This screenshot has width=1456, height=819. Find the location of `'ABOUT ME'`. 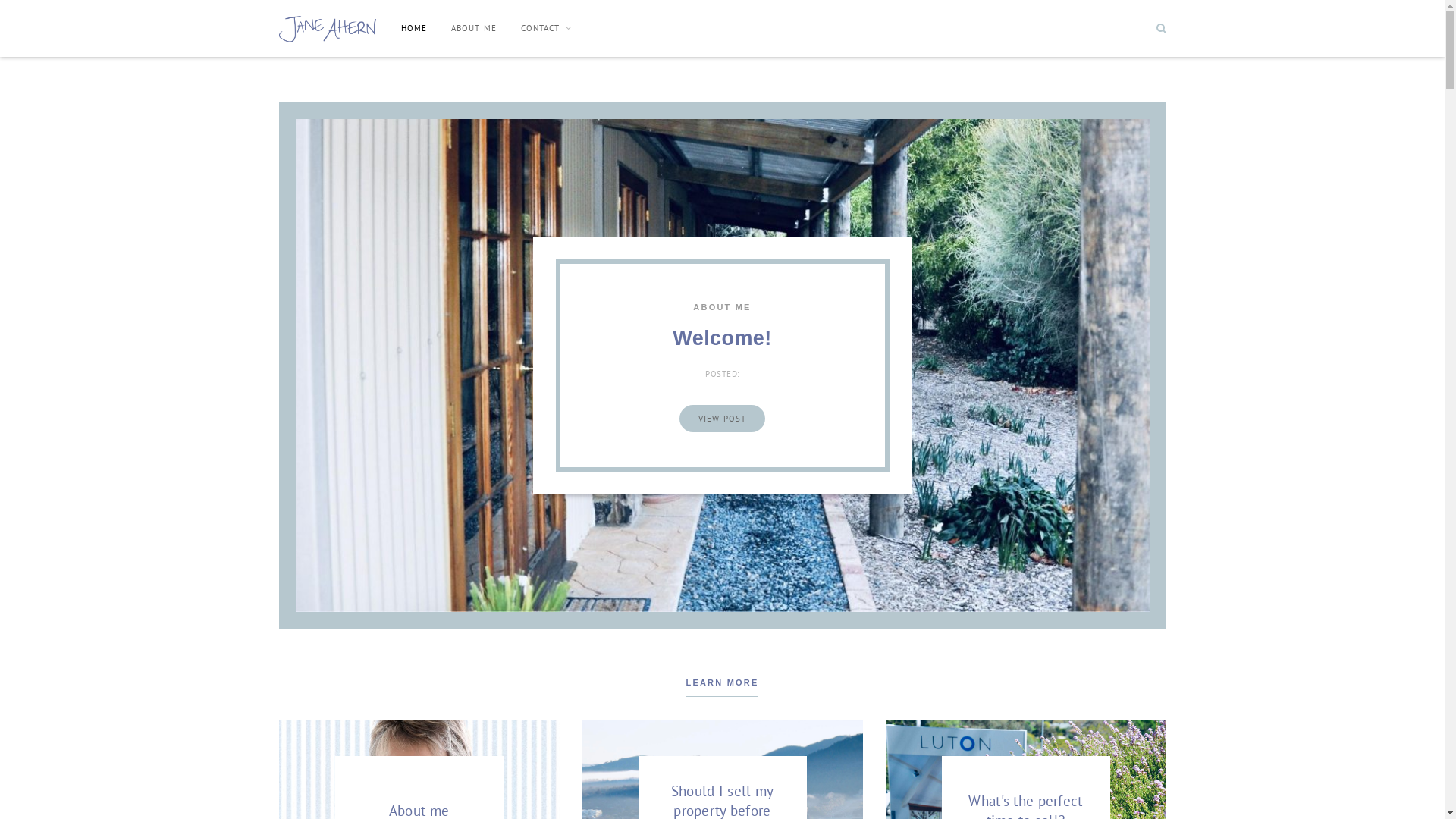

'ABOUT ME' is located at coordinates (720, 307).